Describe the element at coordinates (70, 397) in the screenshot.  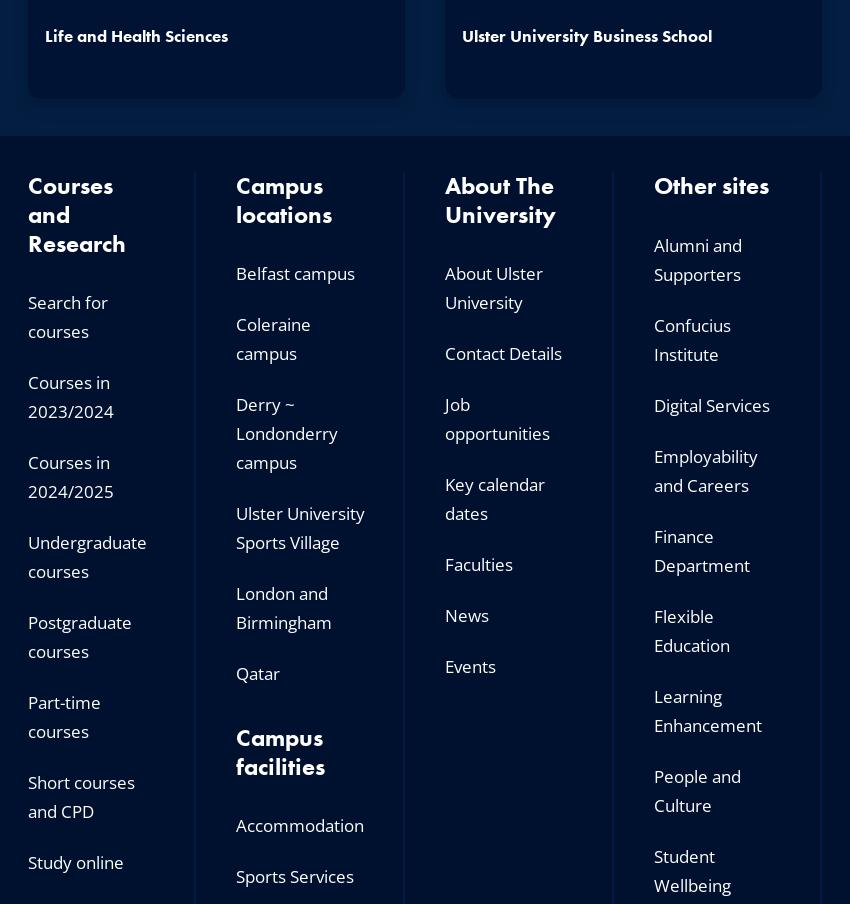
I see `'Courses in 2023/2024'` at that location.